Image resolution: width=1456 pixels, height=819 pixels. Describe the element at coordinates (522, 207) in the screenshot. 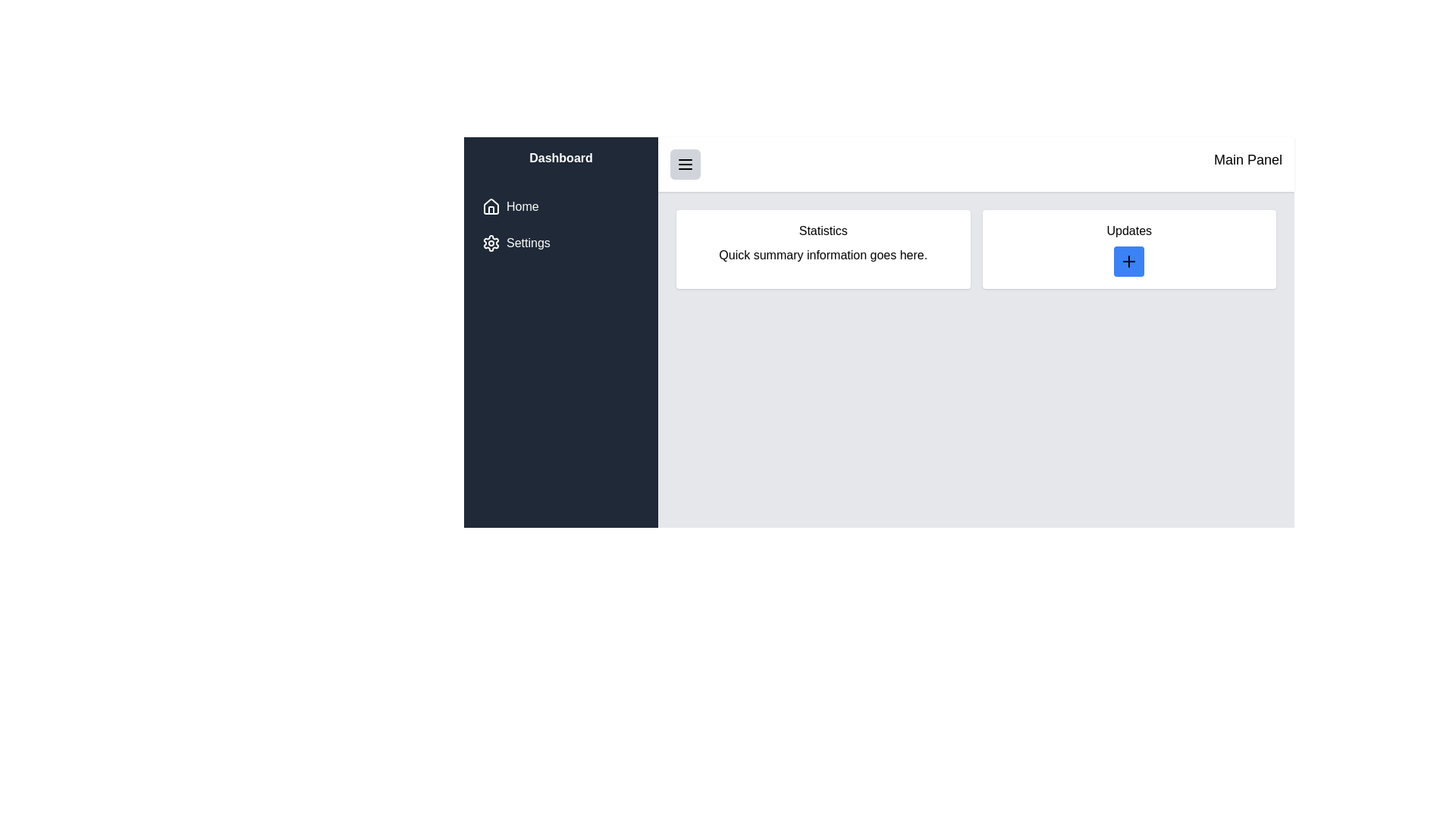

I see `the 'Home' text label displayed in white font on a dark background located in the first row of the left sidebar menu, to the right of the home icon` at that location.